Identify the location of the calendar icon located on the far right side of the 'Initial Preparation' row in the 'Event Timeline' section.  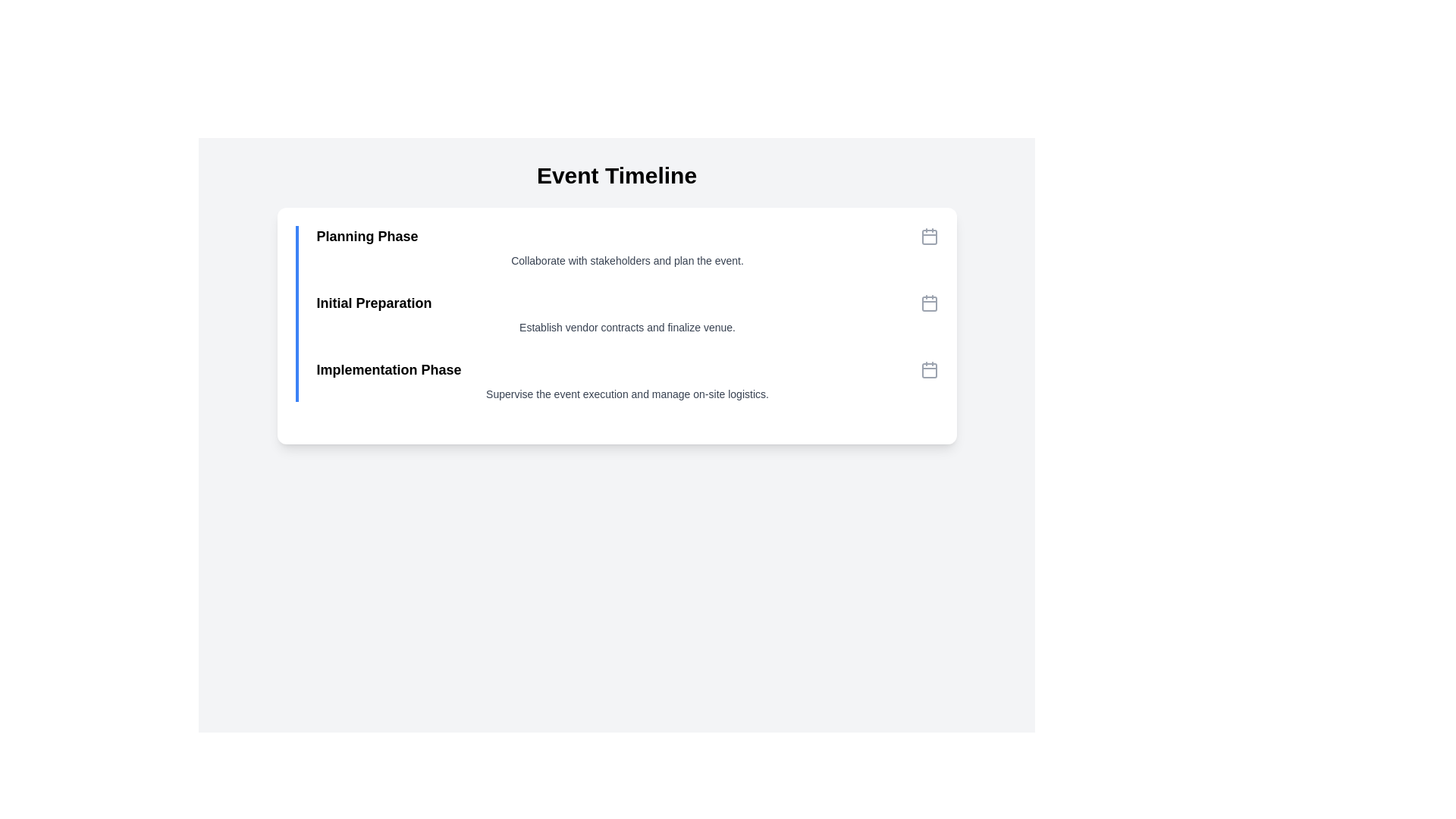
(928, 303).